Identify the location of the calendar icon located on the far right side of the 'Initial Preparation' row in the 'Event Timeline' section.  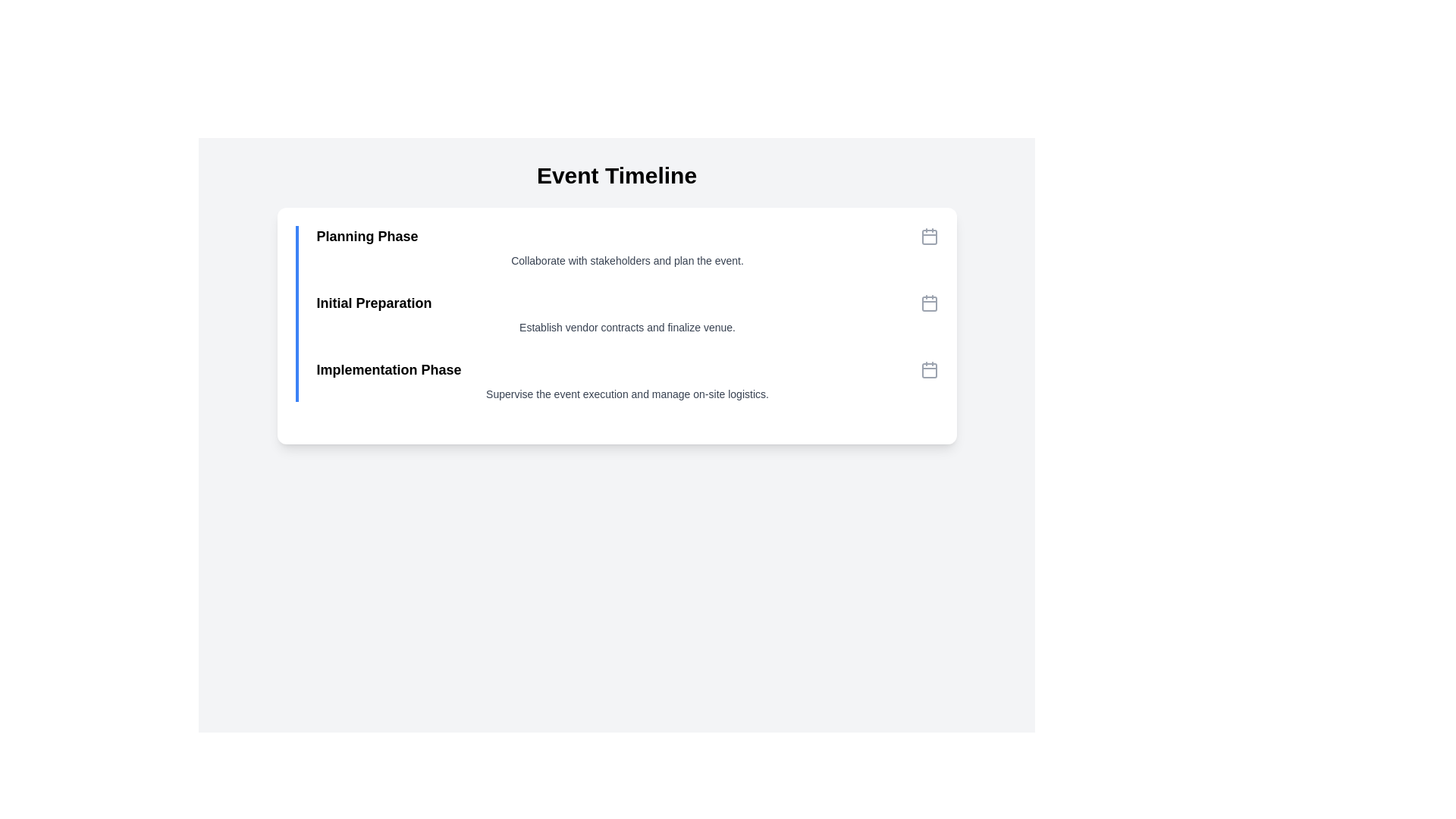
(928, 303).